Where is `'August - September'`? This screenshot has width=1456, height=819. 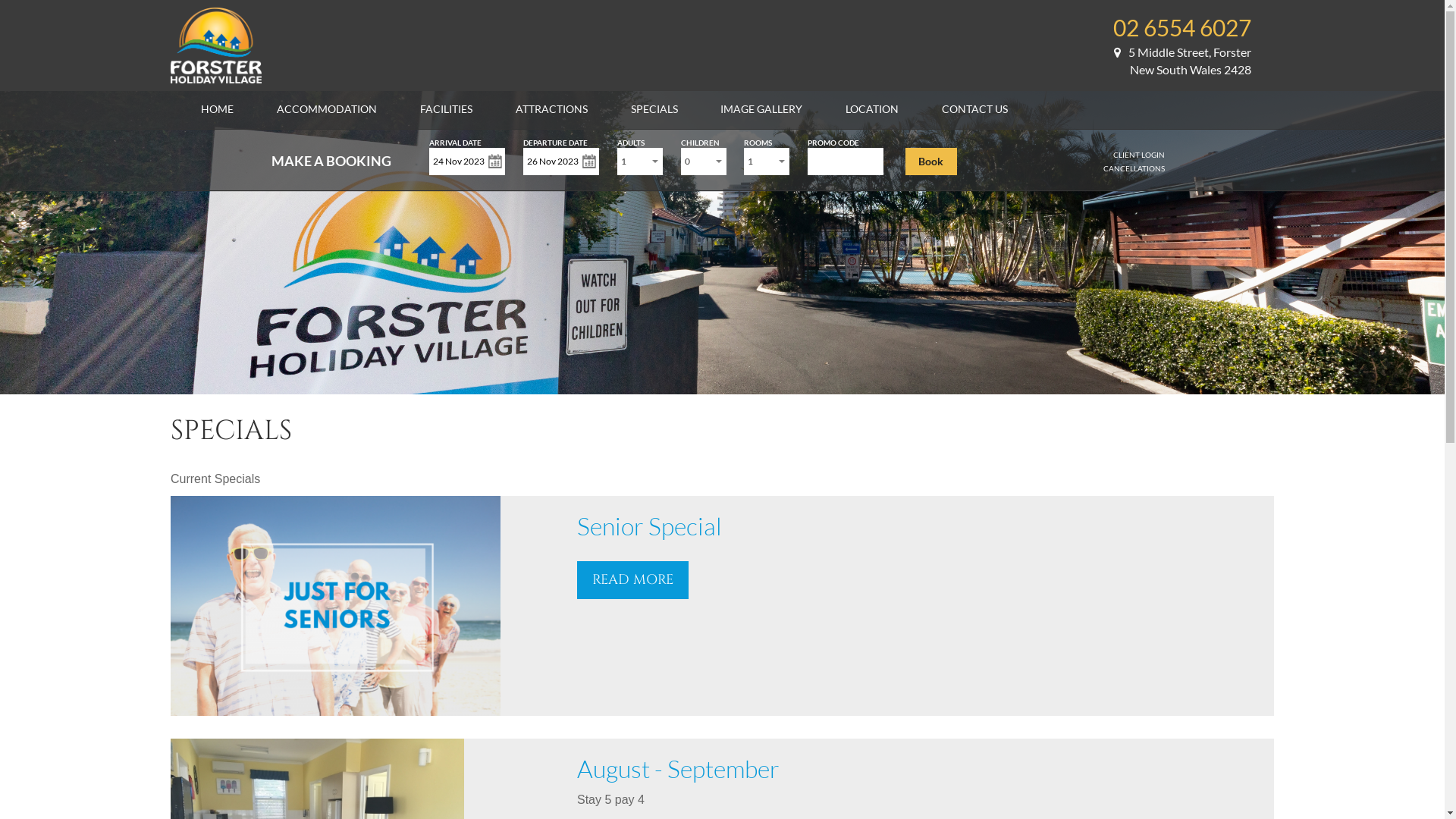 'August - September' is located at coordinates (677, 768).